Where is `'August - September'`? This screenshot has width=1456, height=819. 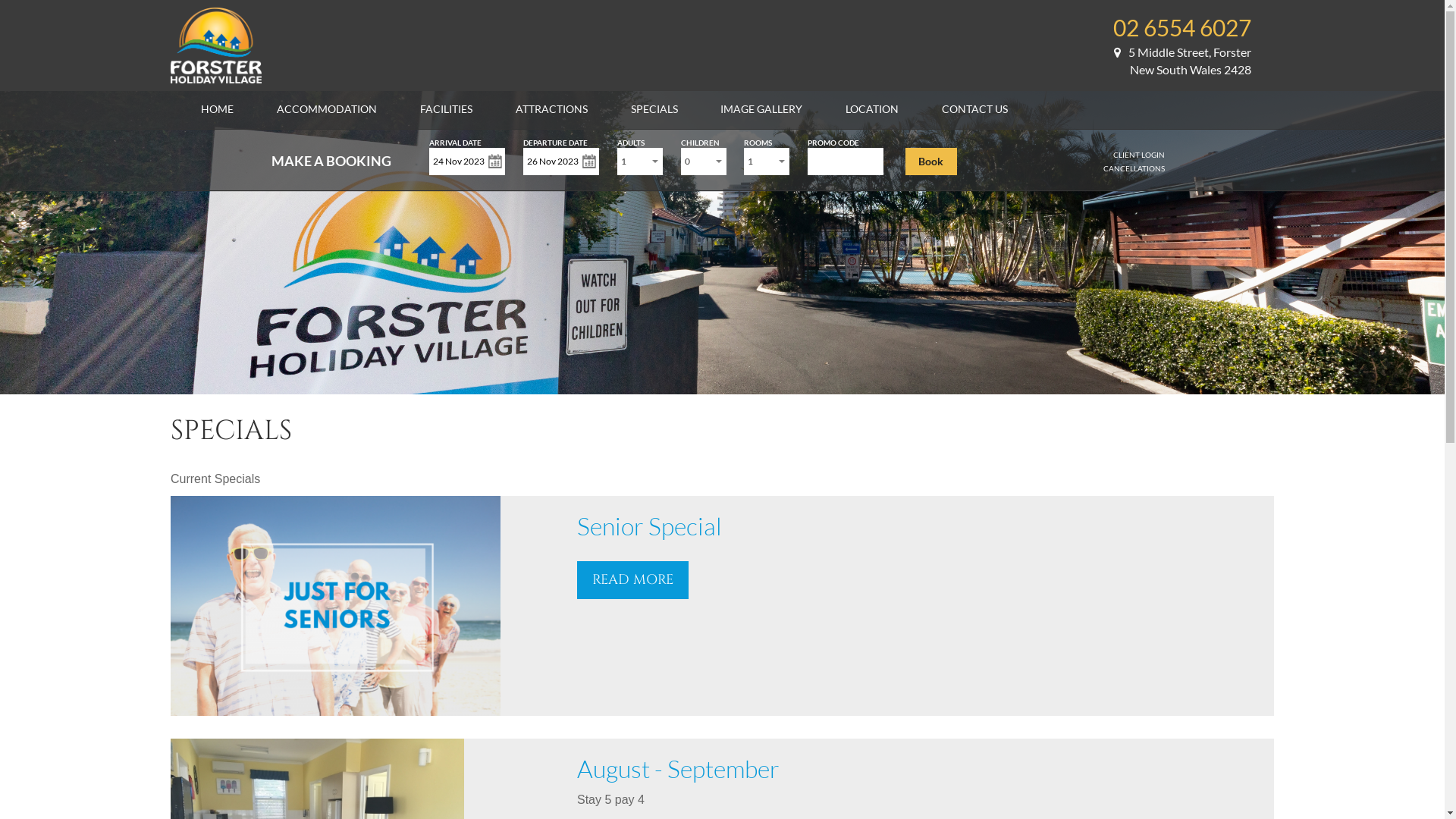 'August - September' is located at coordinates (677, 768).